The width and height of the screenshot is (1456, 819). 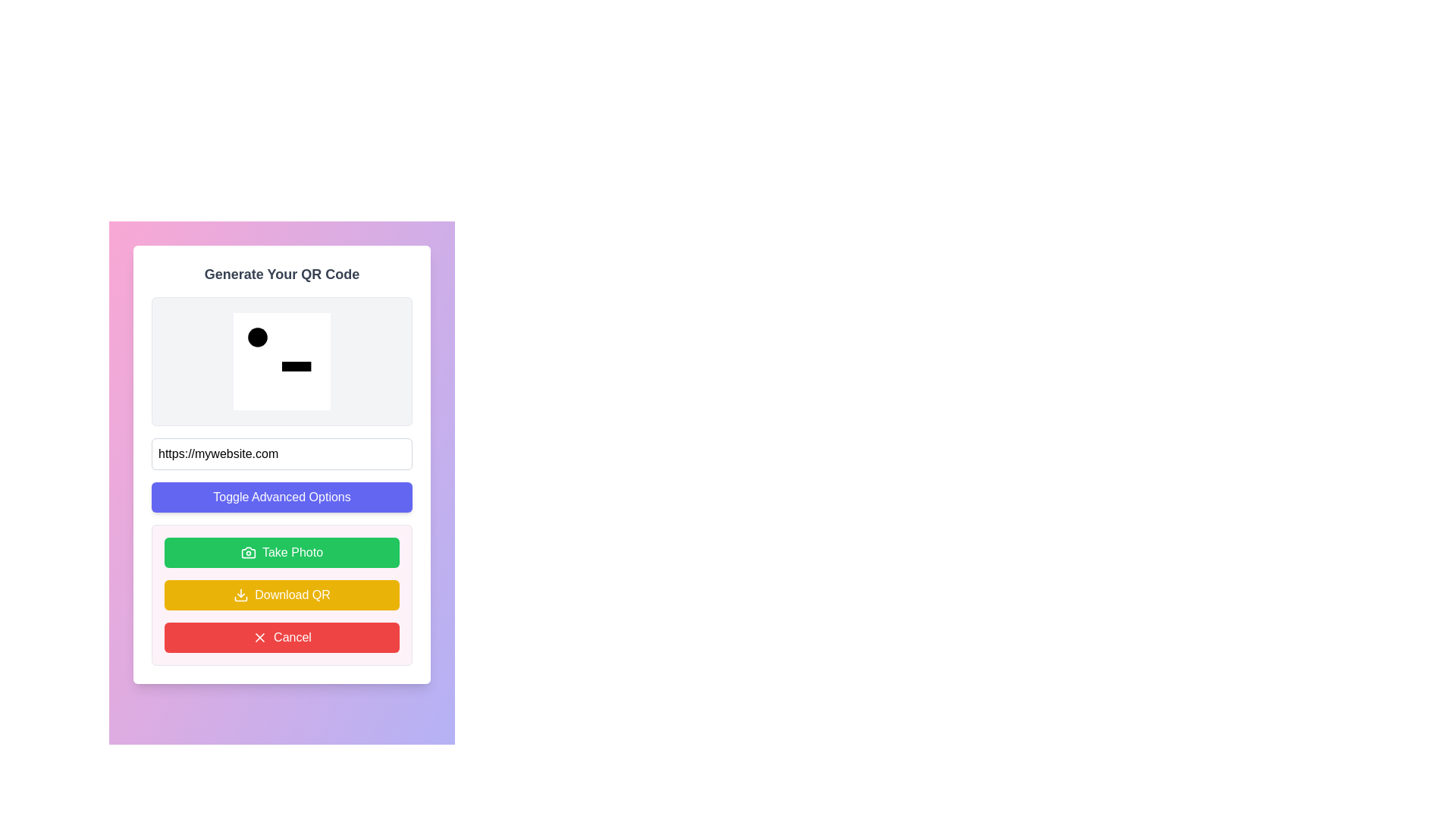 I want to click on the 'Take Photo' button, which is a green rounded rectangular button with a camera icon and white text, to observe the hover effect, so click(x=282, y=553).